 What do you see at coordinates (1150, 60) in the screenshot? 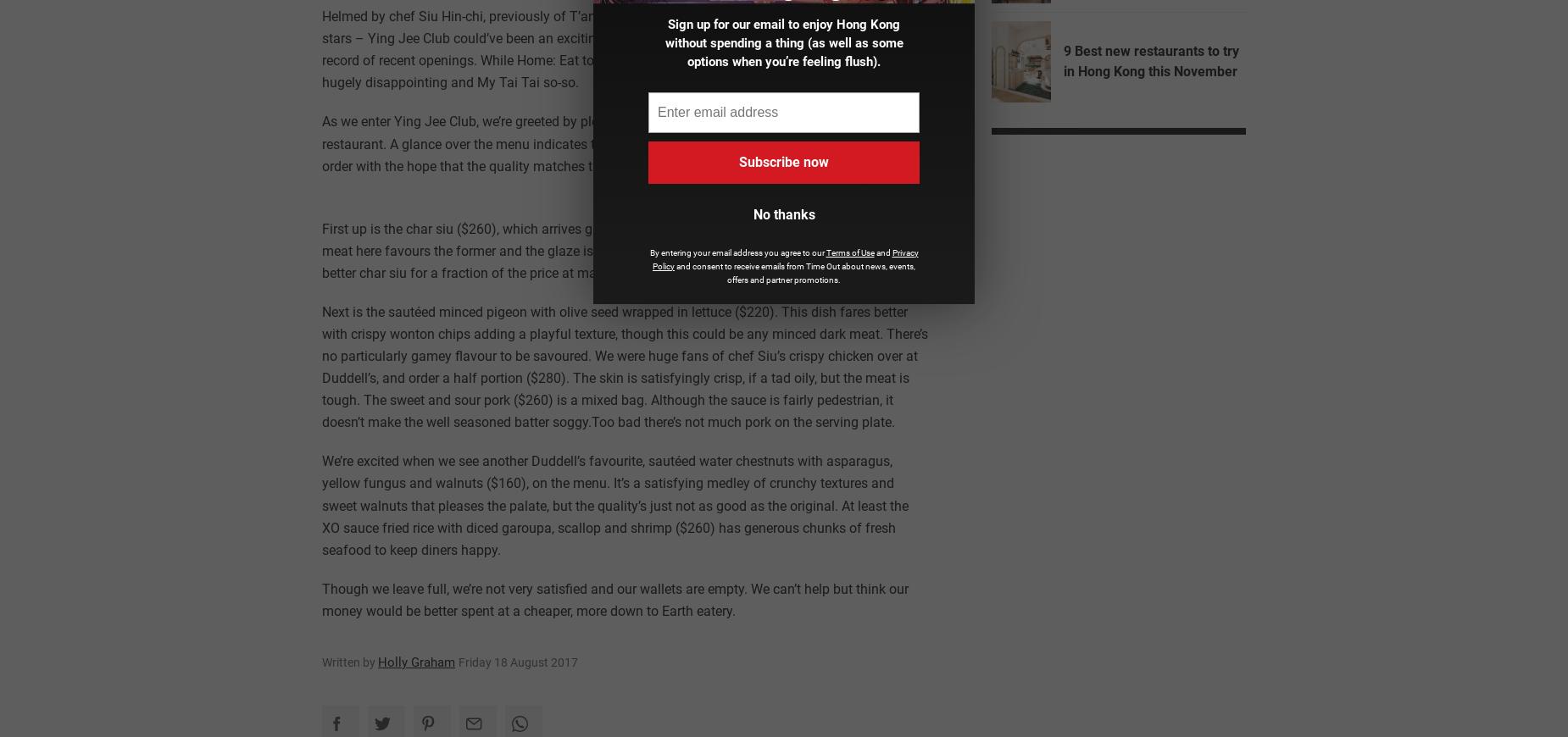
I see `'9 Best new restaurants to try in Hong Kong this November'` at bounding box center [1150, 60].